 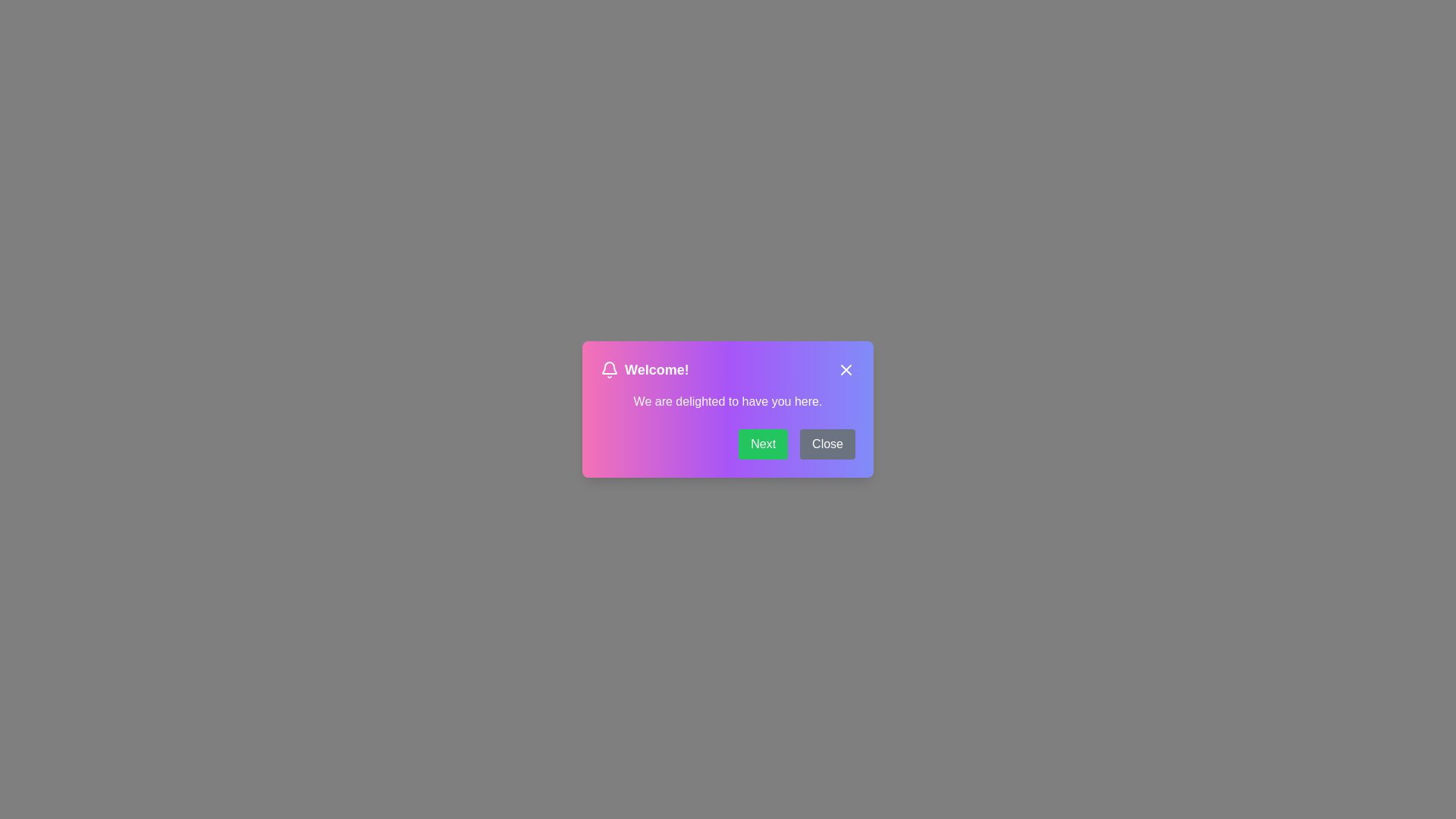 What do you see at coordinates (763, 444) in the screenshot?
I see `the Next button to interact with the notification dialog` at bounding box center [763, 444].